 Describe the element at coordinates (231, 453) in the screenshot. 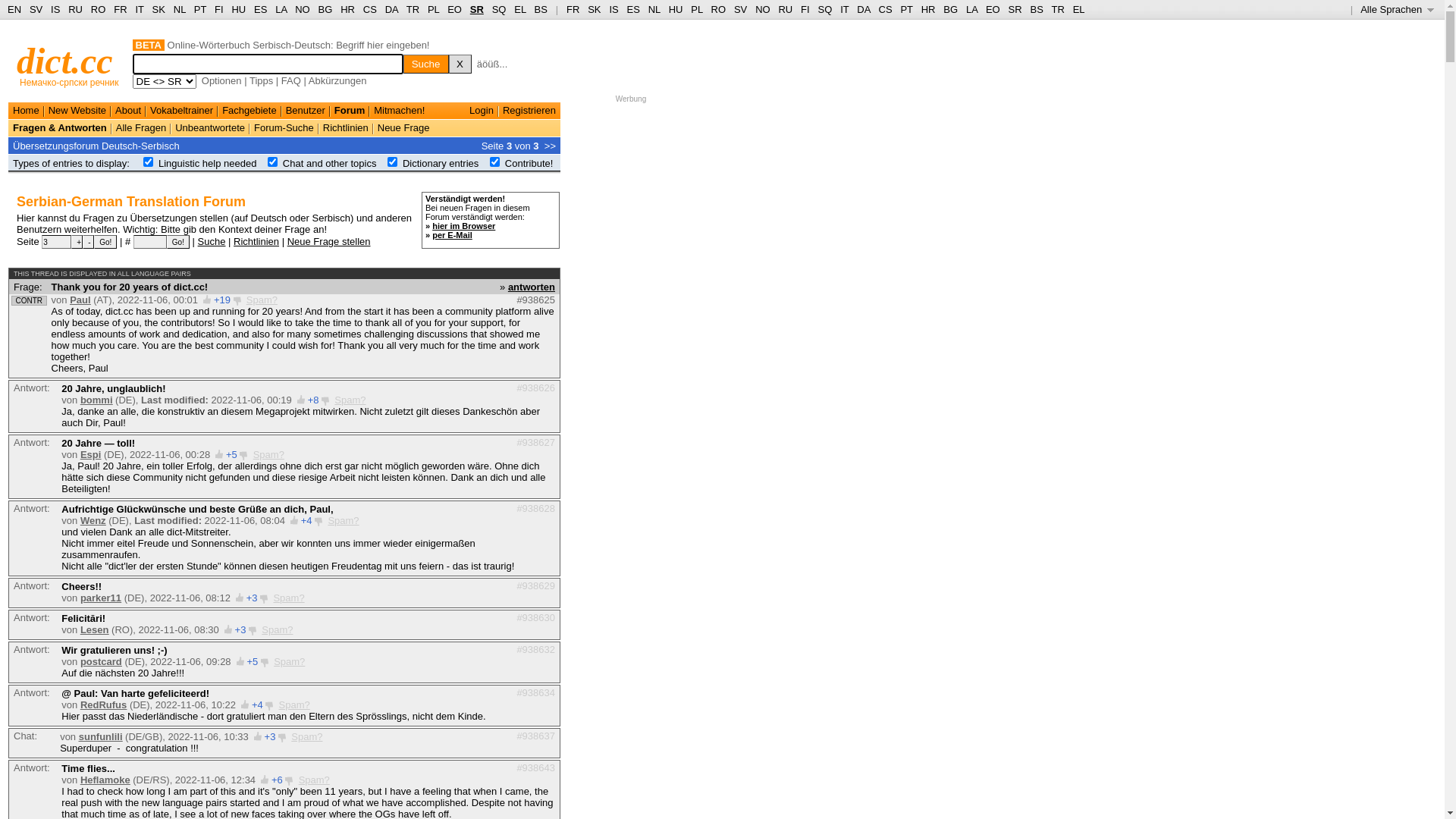

I see `'+5'` at that location.